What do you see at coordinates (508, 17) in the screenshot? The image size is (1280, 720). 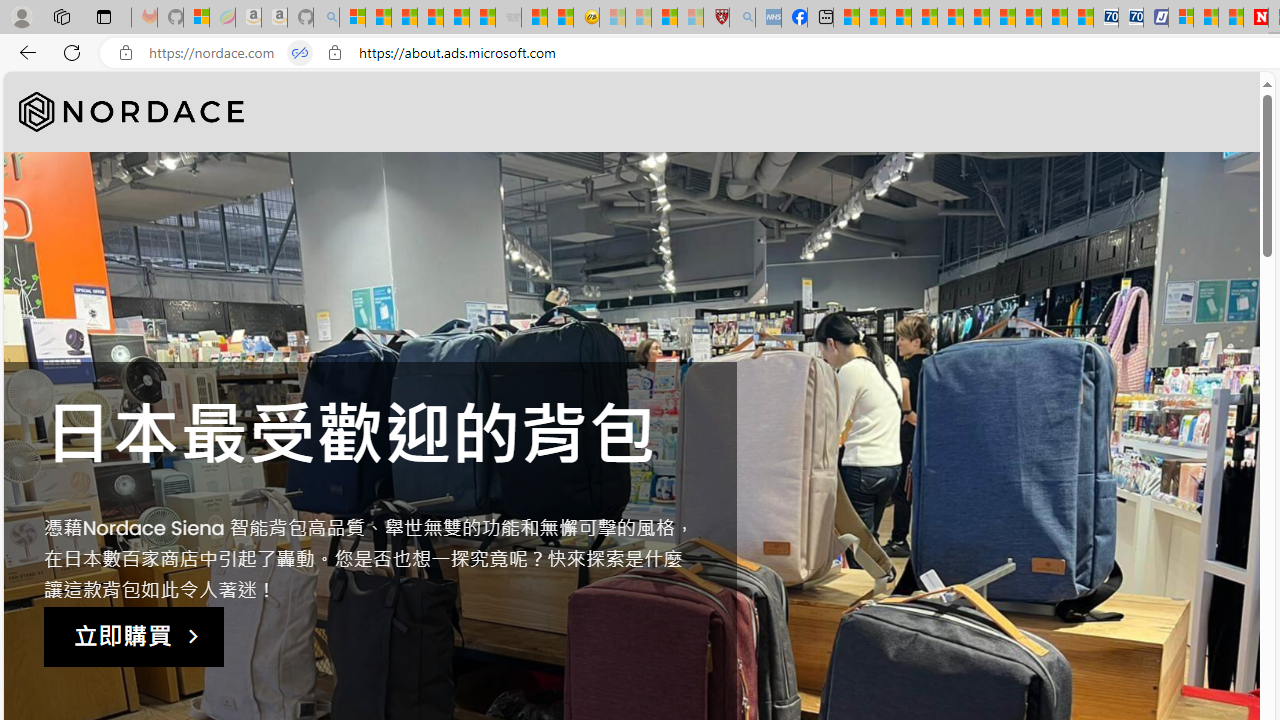 I see `'Combat Siege - Sleeping'` at bounding box center [508, 17].